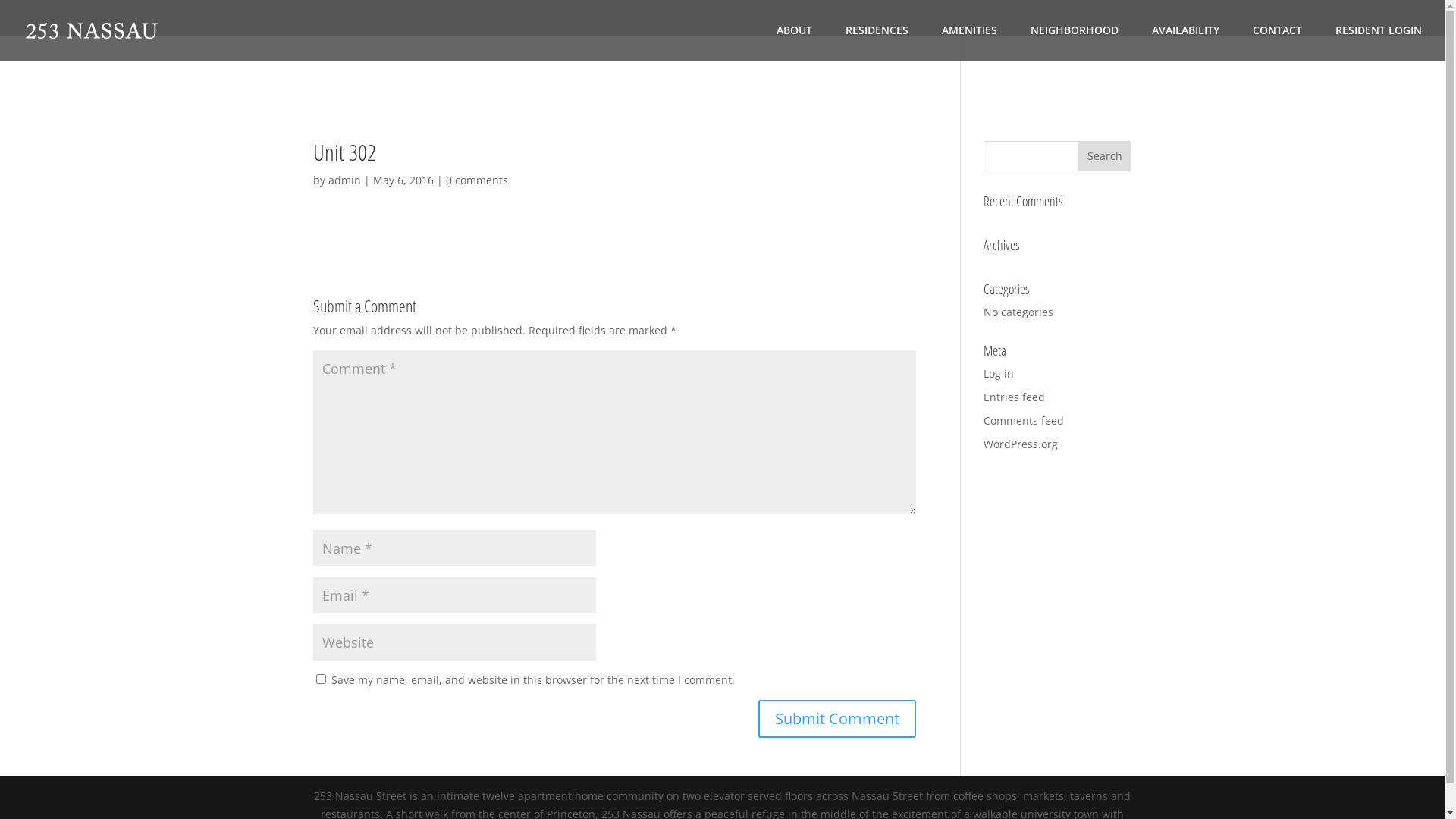 This screenshot has height=819, width=1456. What do you see at coordinates (836, 718) in the screenshot?
I see `'Submit Comment'` at bounding box center [836, 718].